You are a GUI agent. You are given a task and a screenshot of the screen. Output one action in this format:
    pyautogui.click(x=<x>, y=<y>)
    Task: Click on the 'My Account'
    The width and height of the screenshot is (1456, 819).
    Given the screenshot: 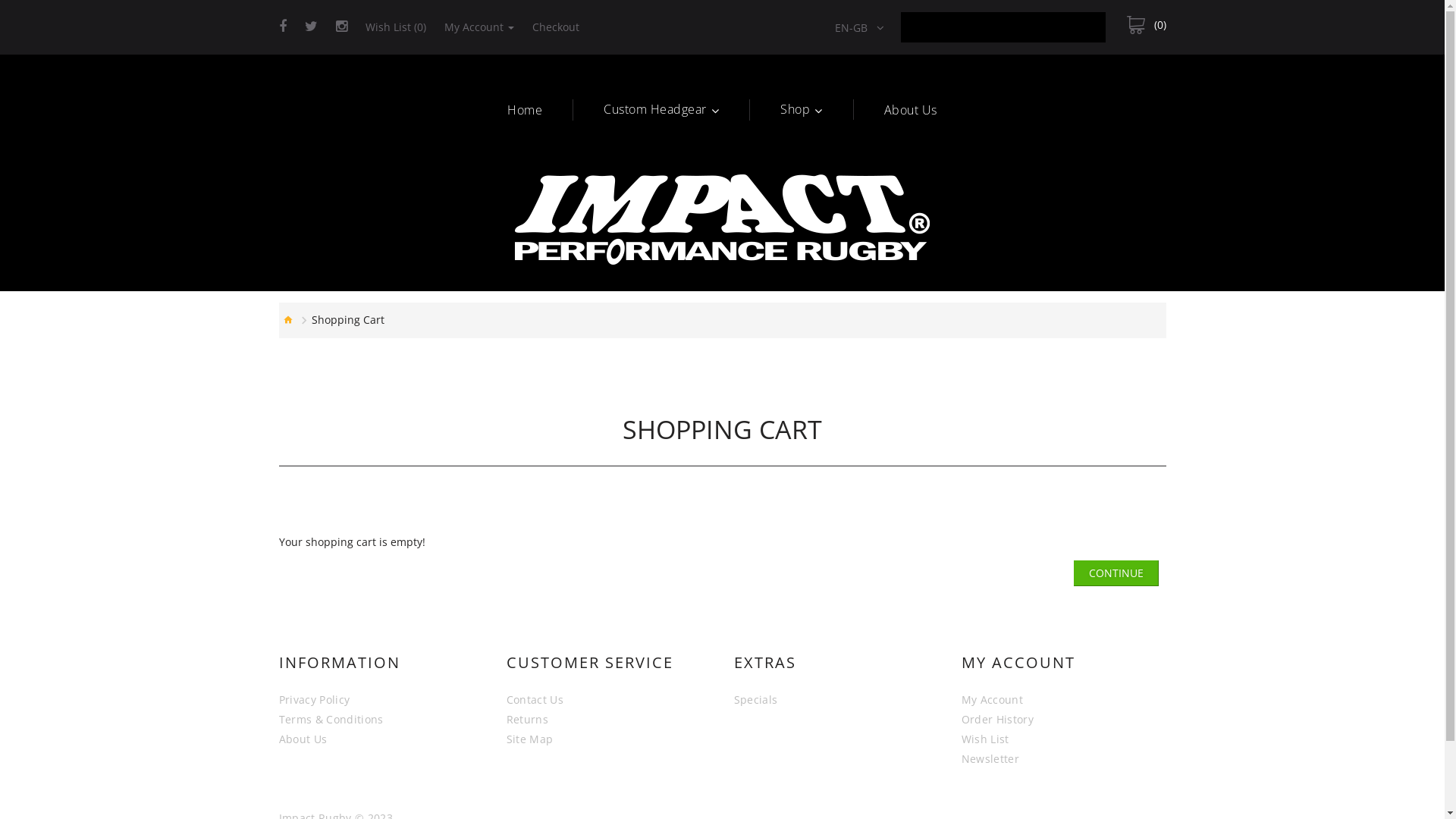 What is the action you would take?
    pyautogui.click(x=479, y=27)
    